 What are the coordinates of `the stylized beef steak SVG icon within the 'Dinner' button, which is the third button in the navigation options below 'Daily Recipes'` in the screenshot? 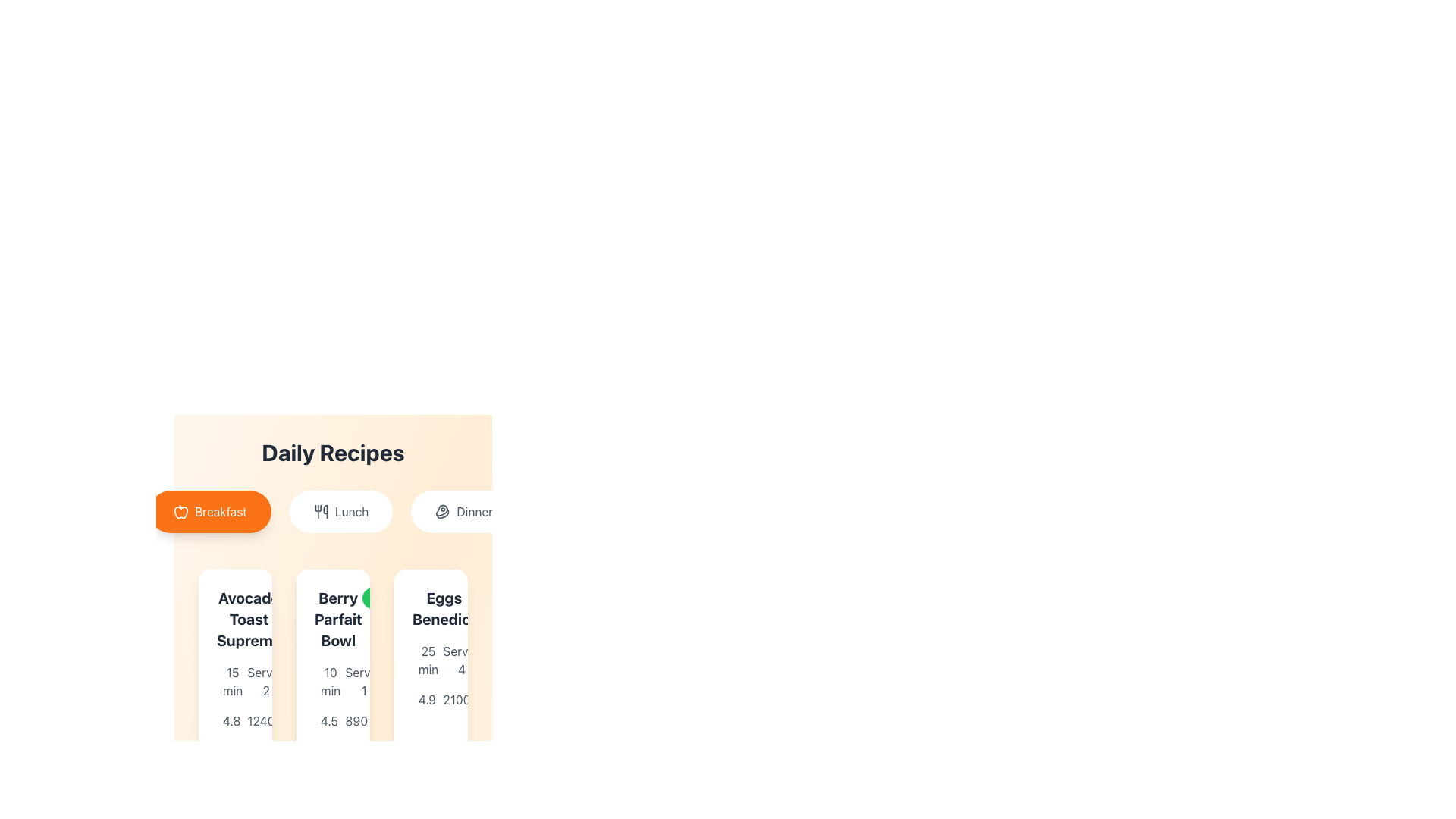 It's located at (442, 512).